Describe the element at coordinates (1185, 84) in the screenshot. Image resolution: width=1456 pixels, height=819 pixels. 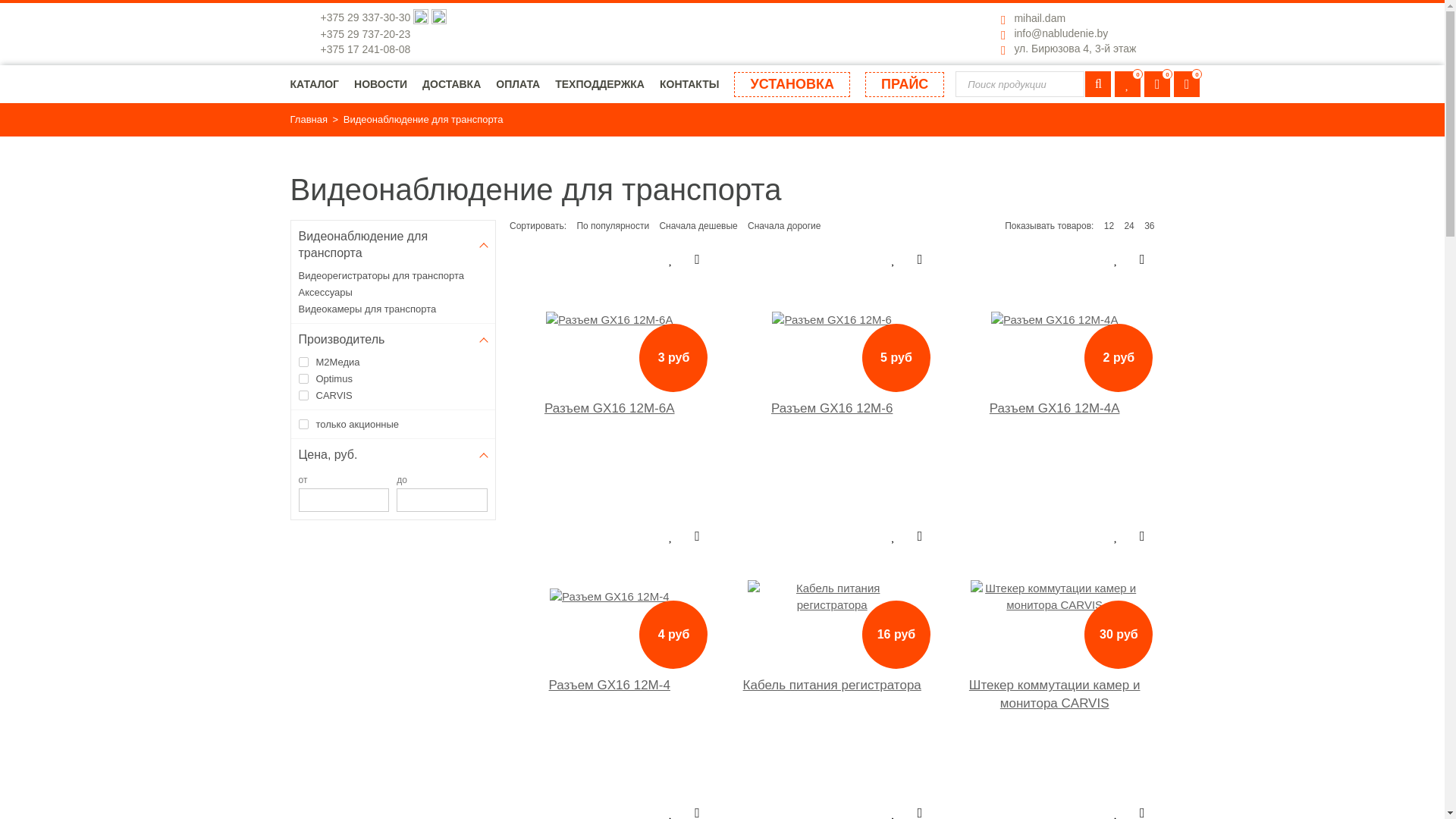
I see `'0'` at that location.